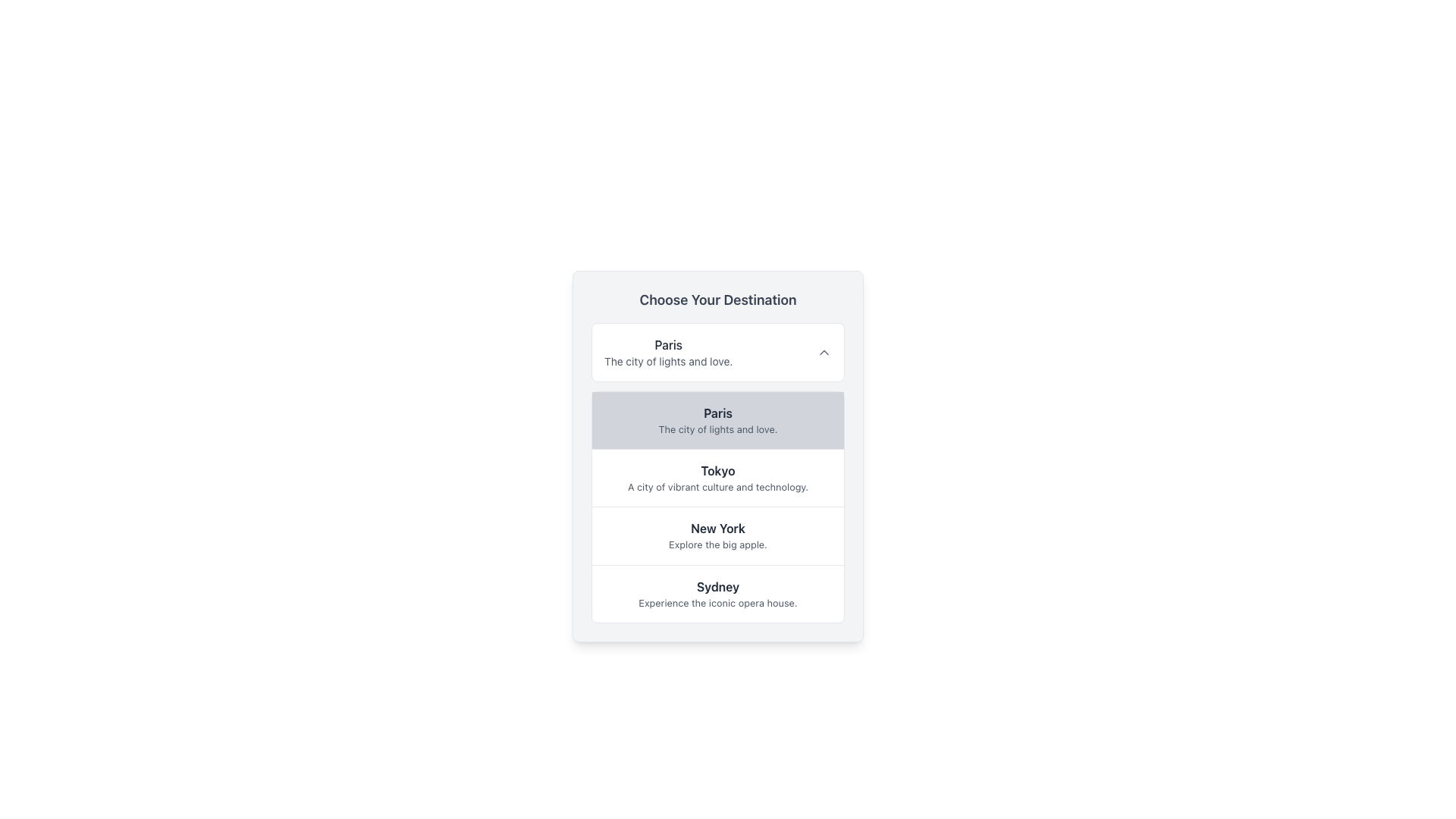  Describe the element at coordinates (717, 420) in the screenshot. I see `the first selectable item labeled 'Paris' in the destination list` at that location.